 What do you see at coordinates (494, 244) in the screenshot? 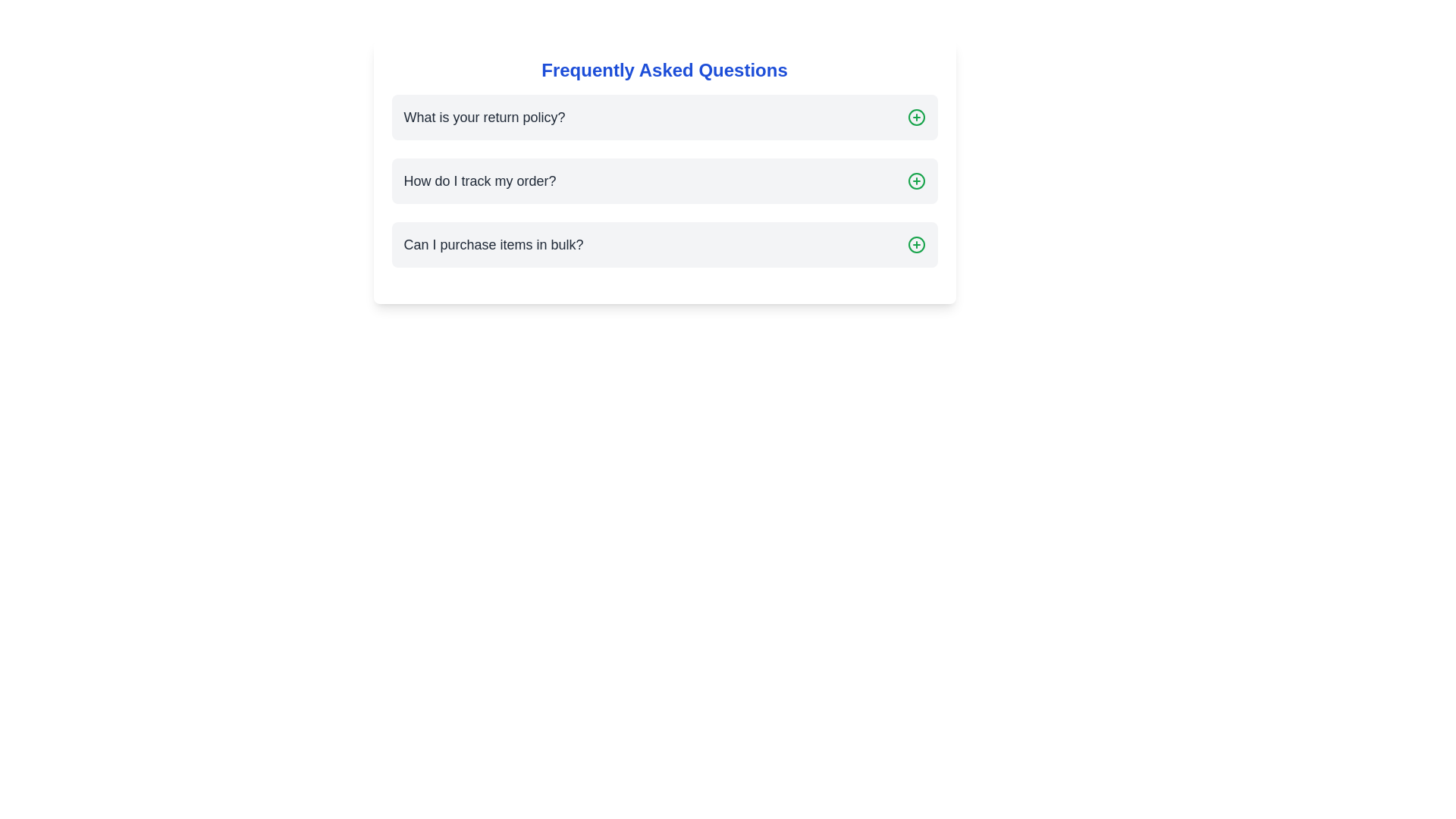
I see `the text label displaying a frequently asked question, which is centrally positioned in the third row of the FAQ list` at bounding box center [494, 244].